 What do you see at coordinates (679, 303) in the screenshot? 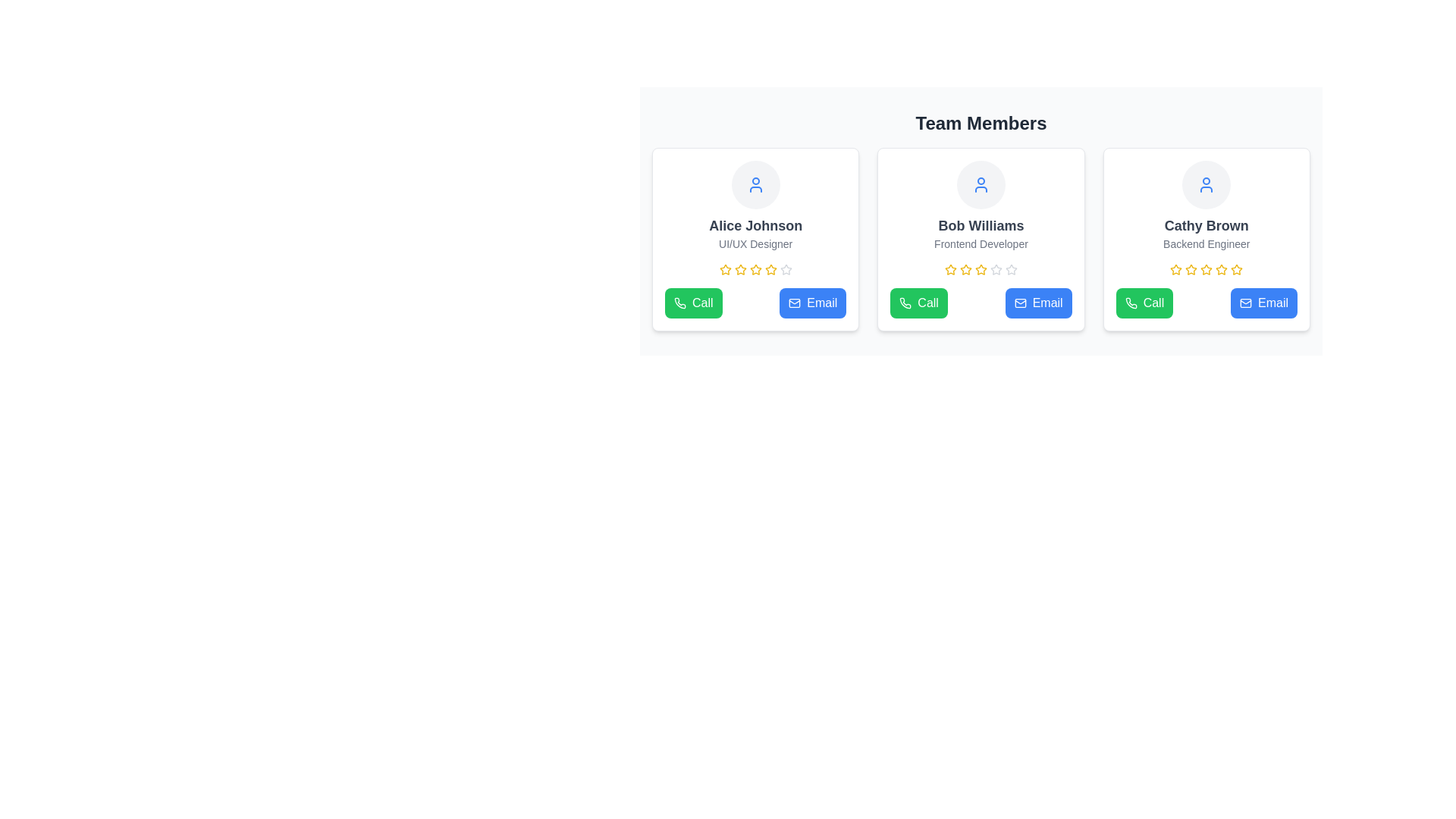
I see `the call icon located in the 'Call' button of Alice Johnson's team member card to initiate a phone call` at bounding box center [679, 303].